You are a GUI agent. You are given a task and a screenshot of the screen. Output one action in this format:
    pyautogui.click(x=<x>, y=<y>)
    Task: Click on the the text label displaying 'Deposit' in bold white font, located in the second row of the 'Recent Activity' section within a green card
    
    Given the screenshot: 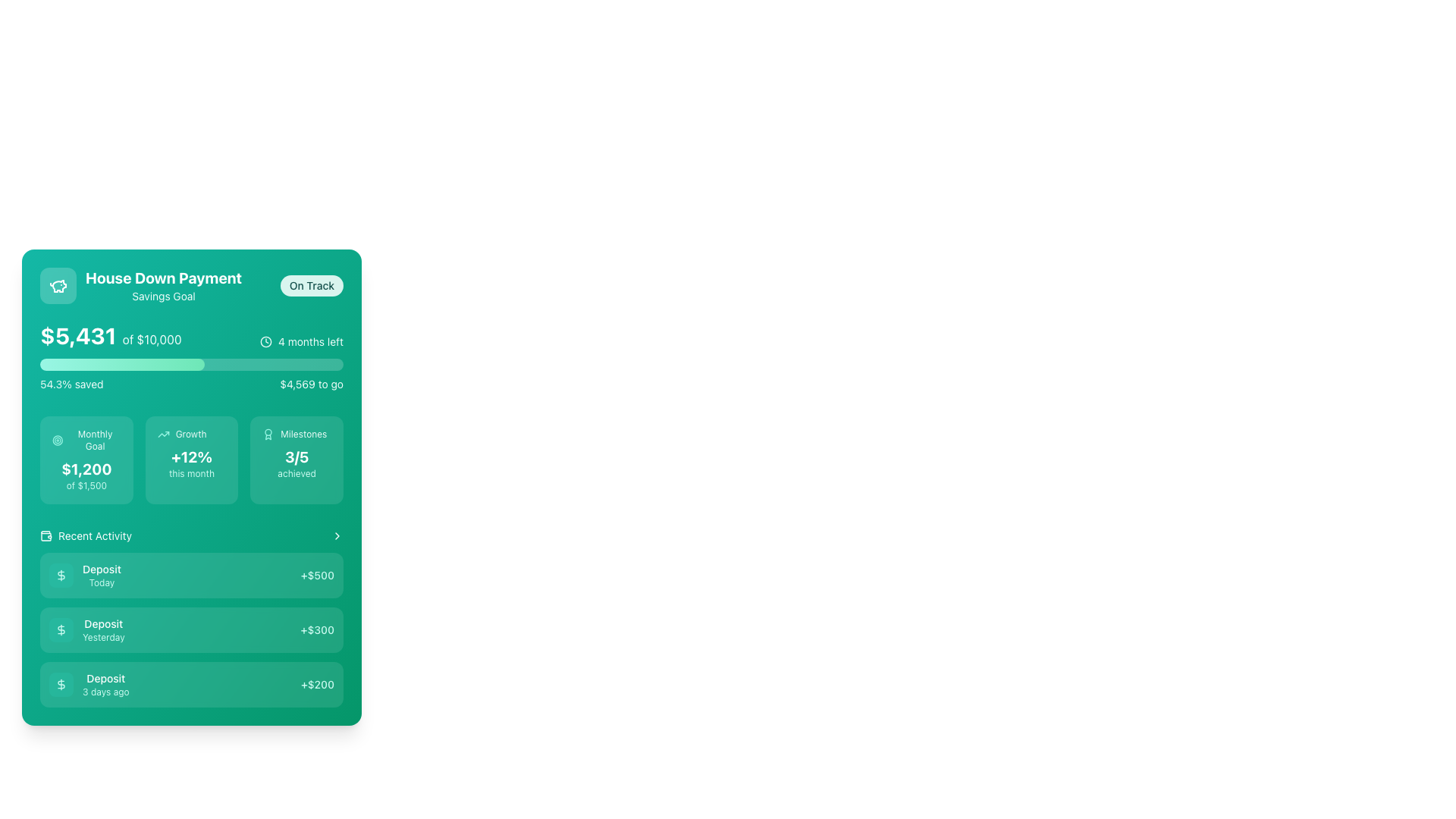 What is the action you would take?
    pyautogui.click(x=102, y=623)
    